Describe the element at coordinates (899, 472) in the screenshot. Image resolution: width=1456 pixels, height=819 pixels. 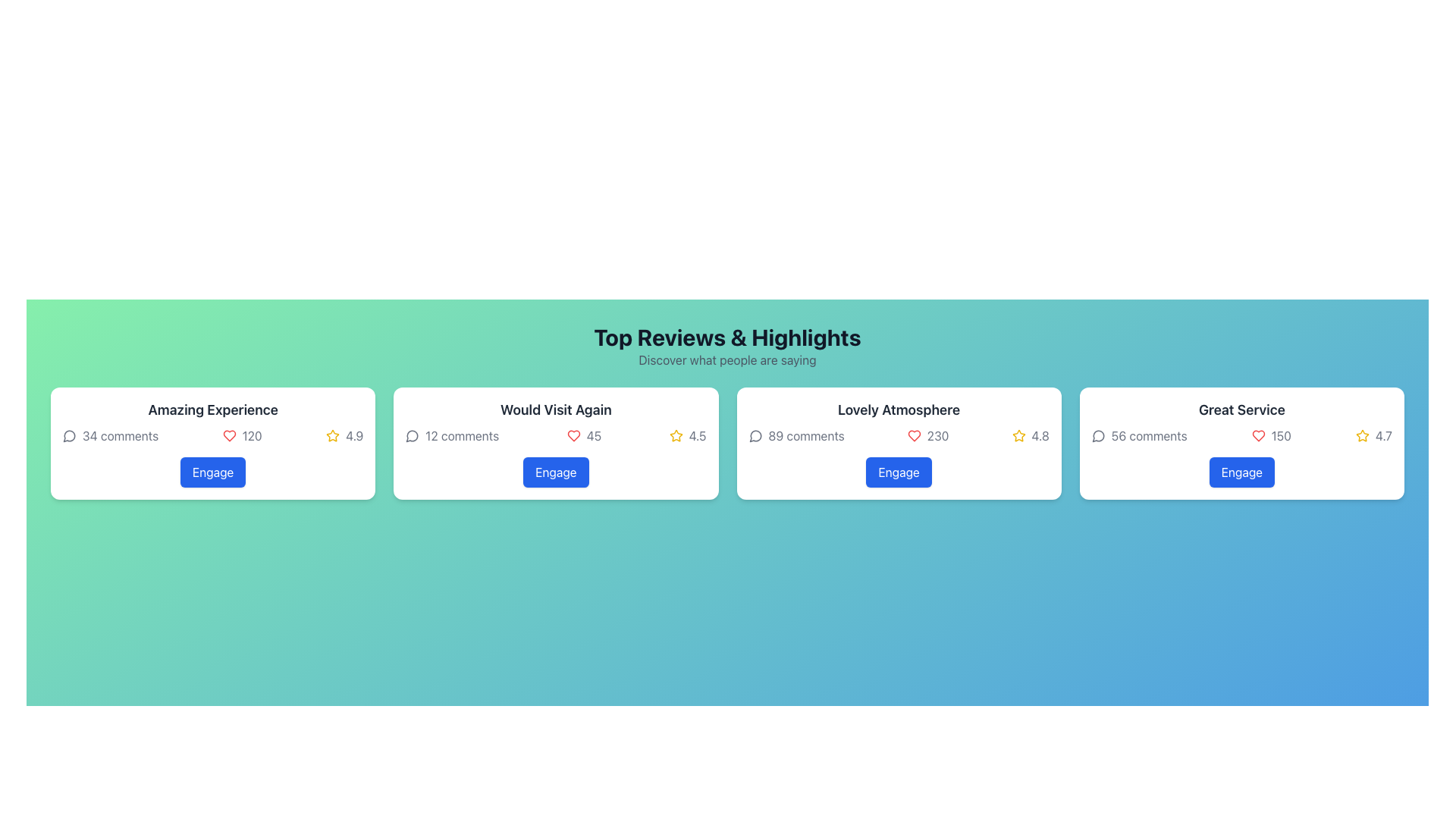
I see `the 'Engage' button located at the bottom of the card showcasing the review 'Lovely Atmosphere' for accessibility navigation` at that location.